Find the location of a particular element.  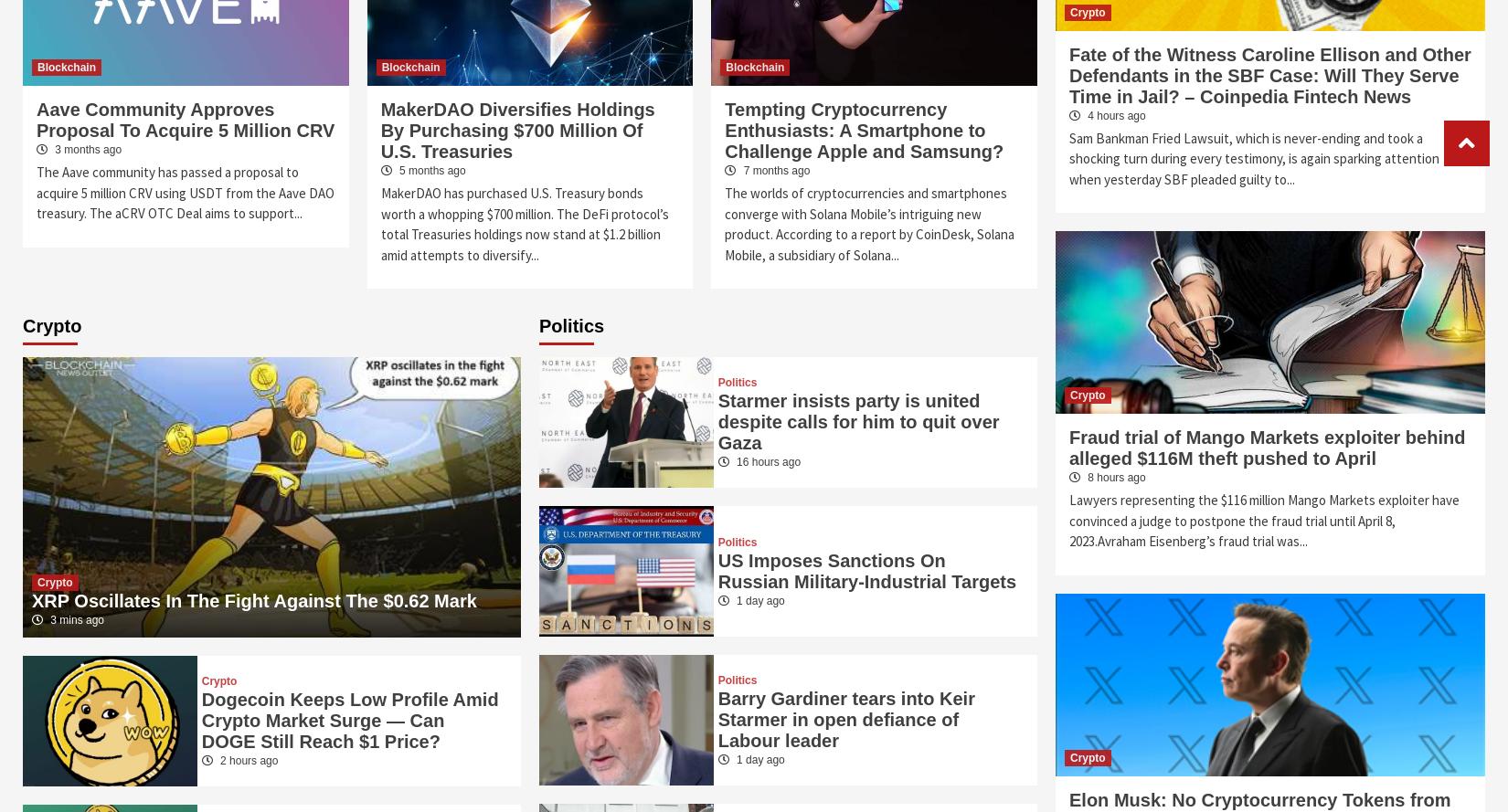

'16 hours ago' is located at coordinates (767, 461).